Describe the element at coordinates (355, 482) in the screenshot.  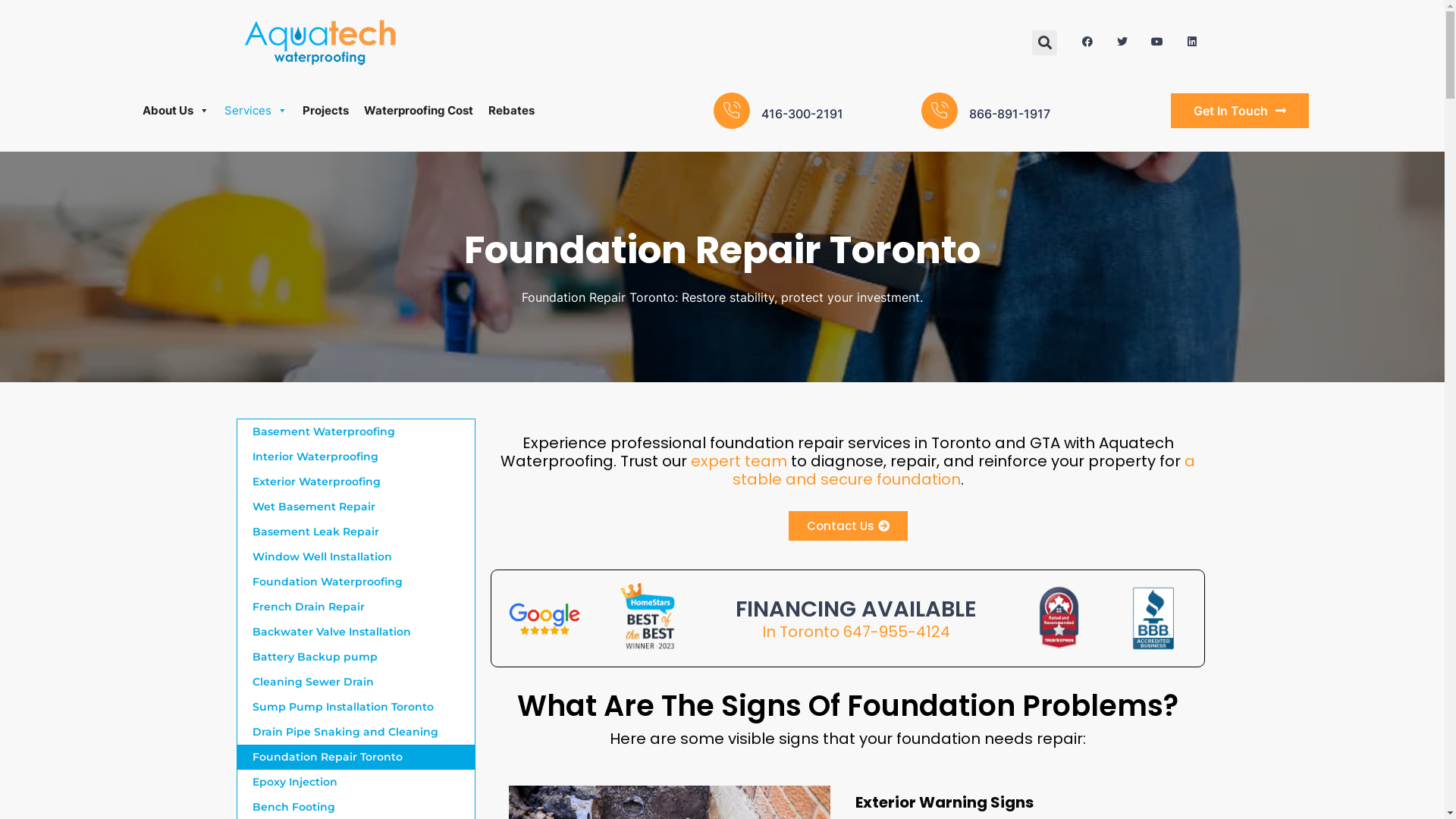
I see `'Exterior Waterproofing'` at that location.